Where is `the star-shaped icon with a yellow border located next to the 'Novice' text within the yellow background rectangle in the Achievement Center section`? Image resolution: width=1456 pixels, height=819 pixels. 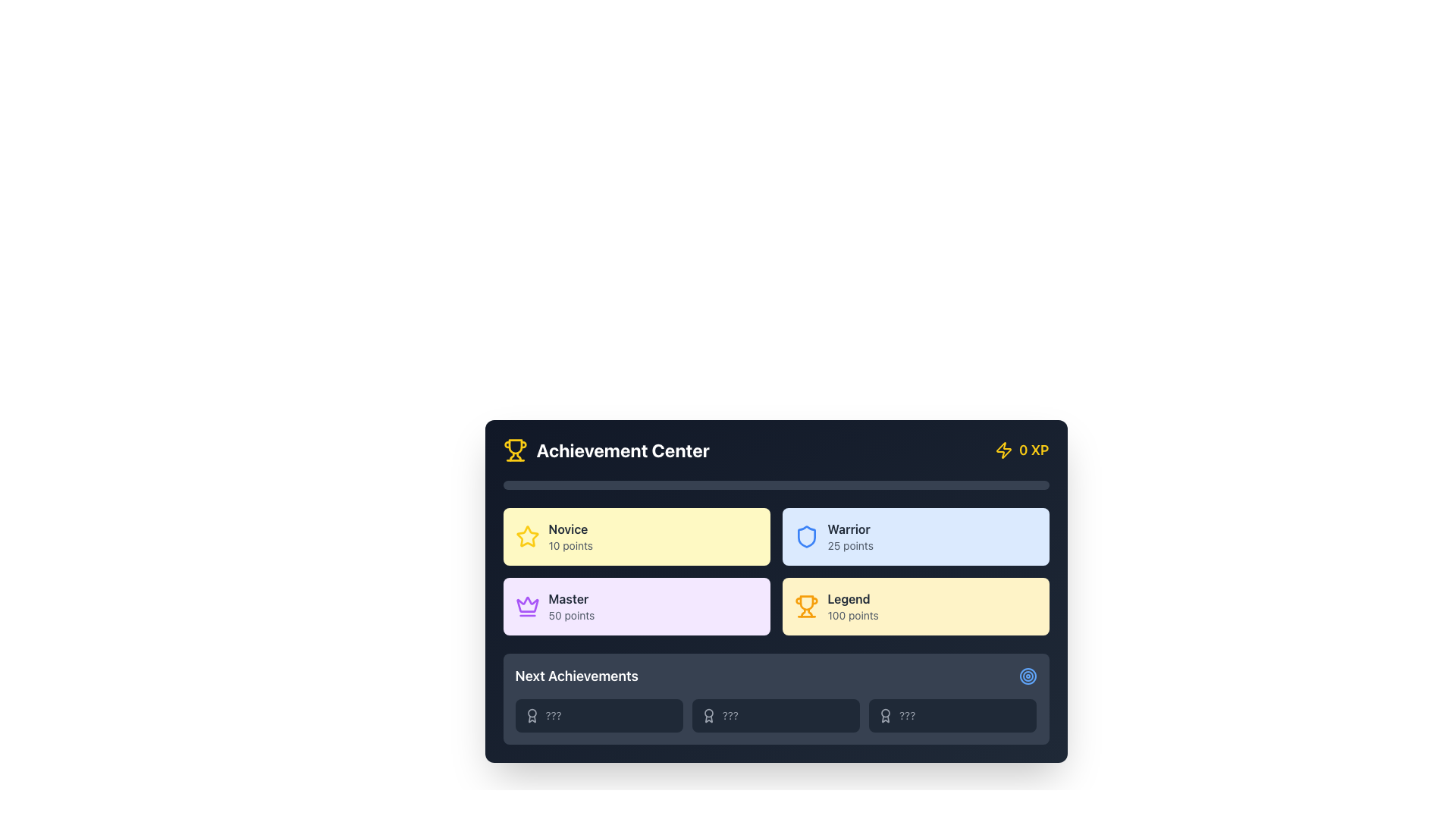 the star-shaped icon with a yellow border located next to the 'Novice' text within the yellow background rectangle in the Achievement Center section is located at coordinates (527, 536).